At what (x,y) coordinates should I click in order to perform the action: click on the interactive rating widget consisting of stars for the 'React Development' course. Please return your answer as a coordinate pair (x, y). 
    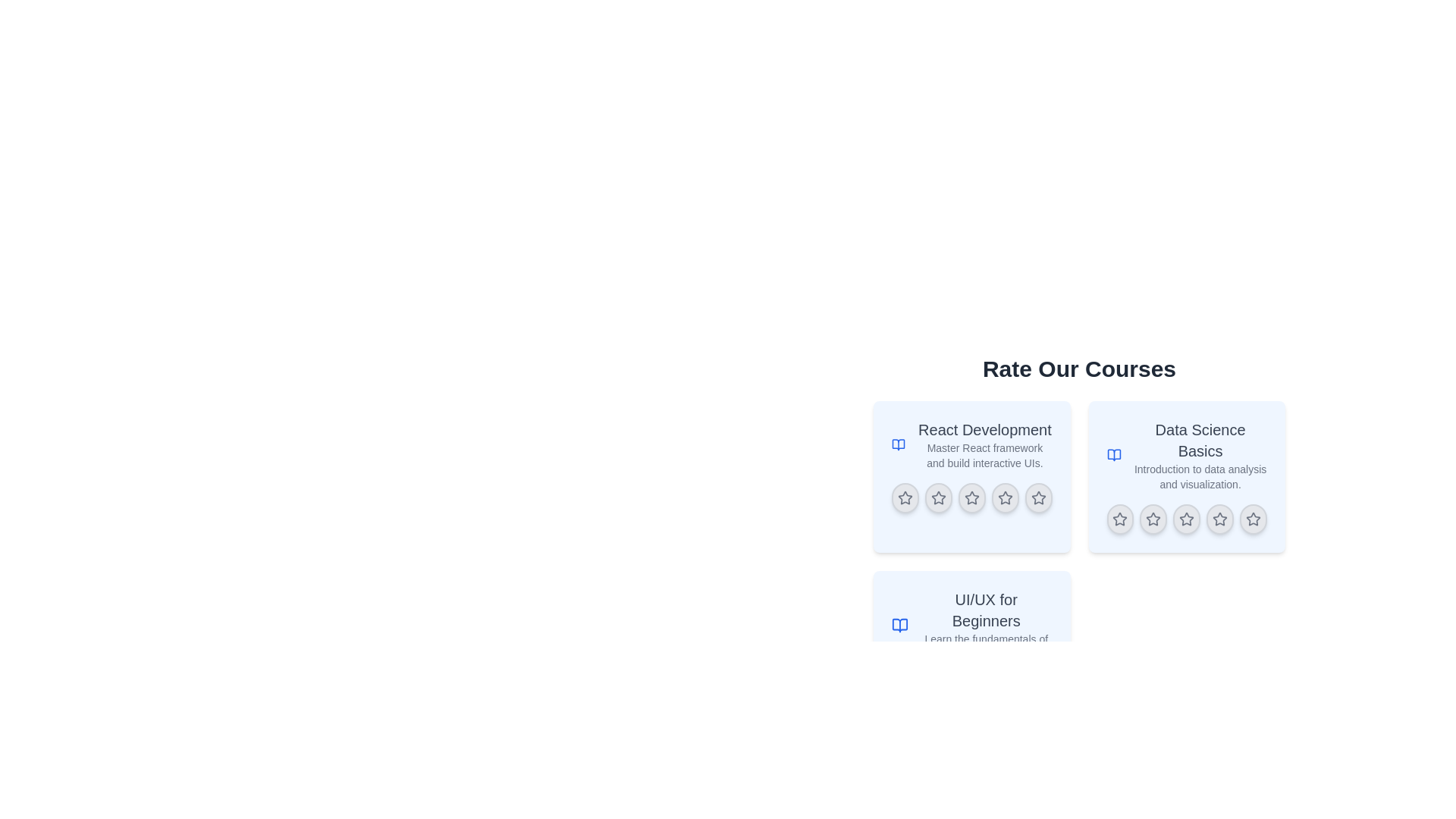
    Looking at the image, I should click on (971, 497).